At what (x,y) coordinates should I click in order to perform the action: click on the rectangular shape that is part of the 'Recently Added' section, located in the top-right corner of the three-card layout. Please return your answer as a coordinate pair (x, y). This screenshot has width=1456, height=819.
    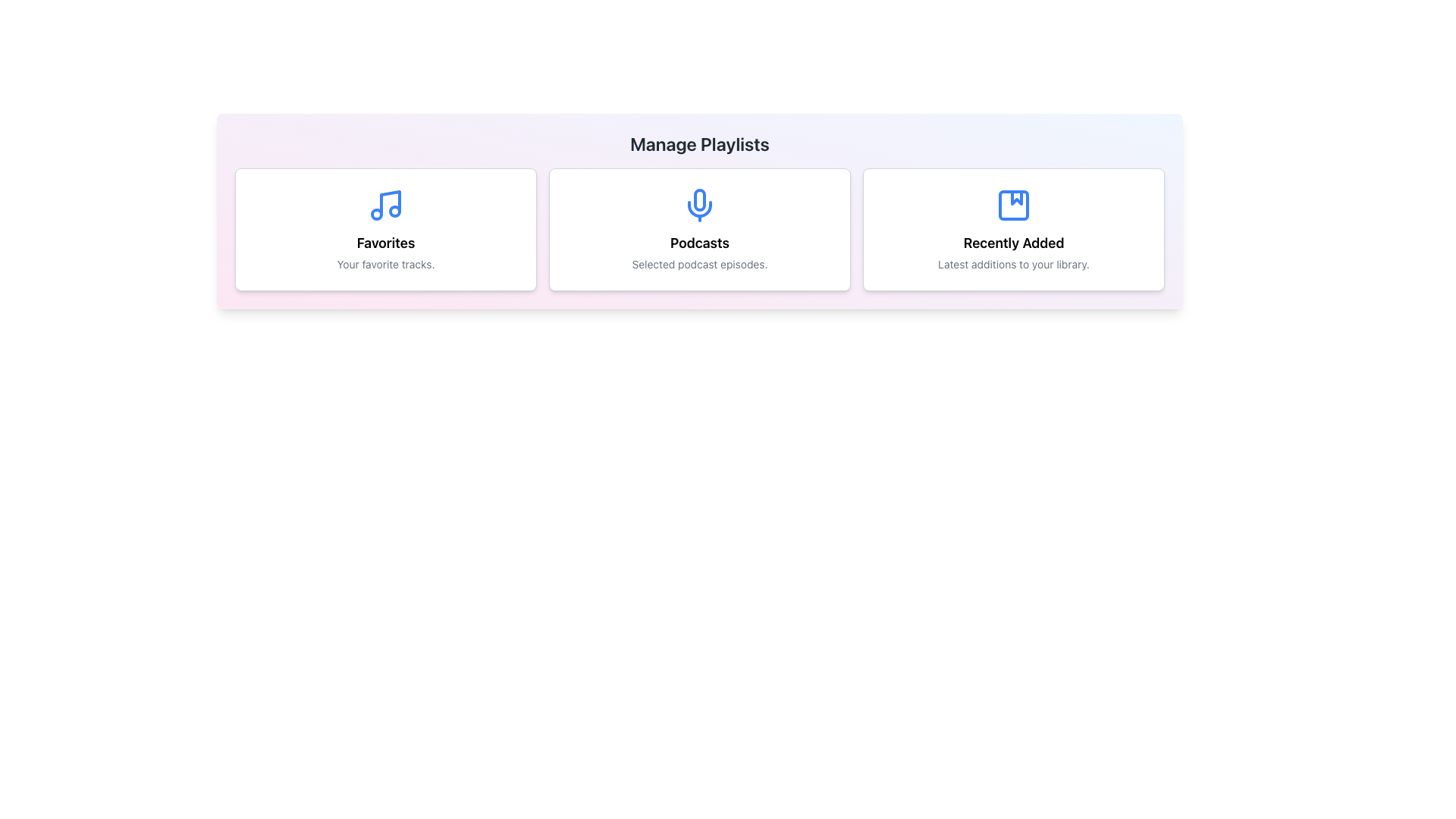
    Looking at the image, I should click on (1014, 205).